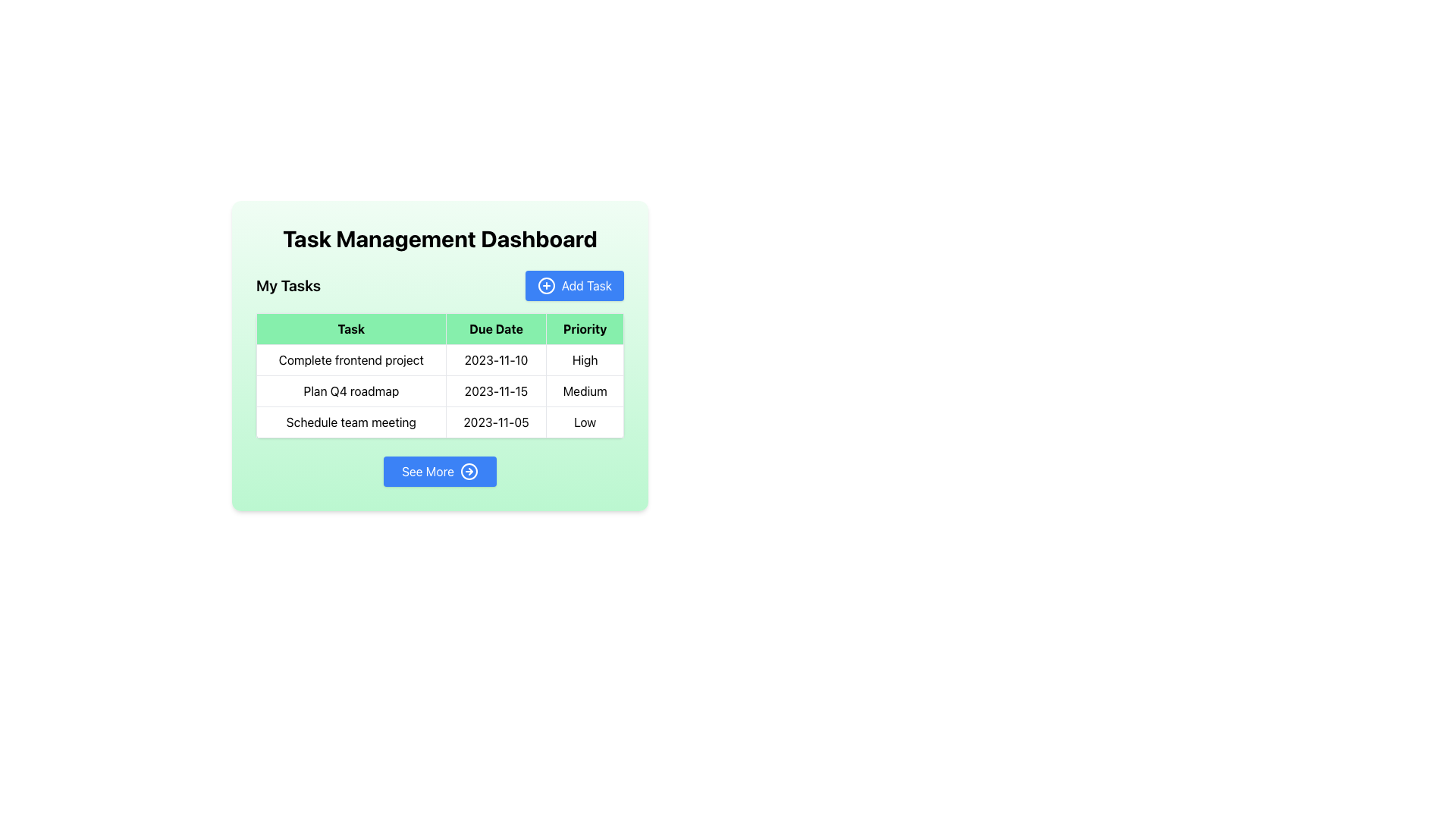  What do you see at coordinates (573, 286) in the screenshot?
I see `the button for adding a new task to change its background color` at bounding box center [573, 286].